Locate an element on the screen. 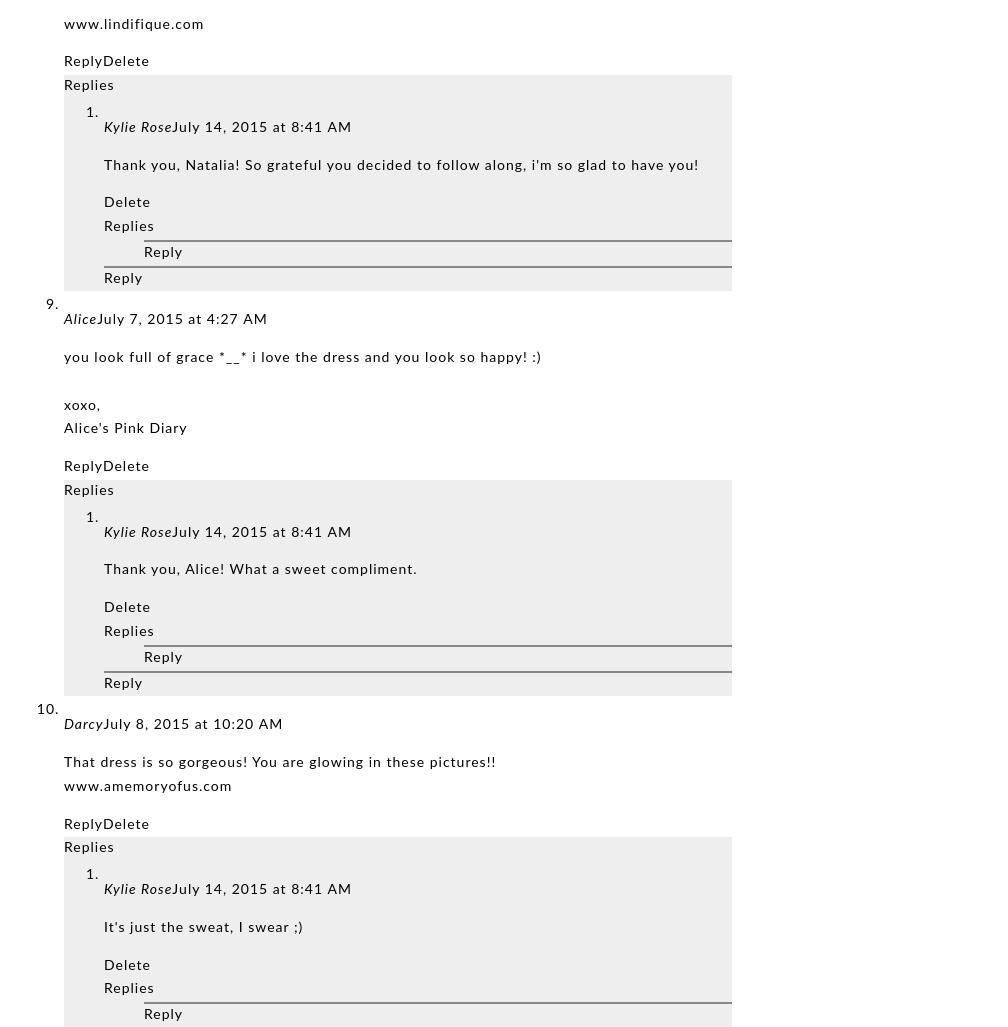  'you look full of grace *__* i love the dress and you look so happy! :)' is located at coordinates (302, 358).